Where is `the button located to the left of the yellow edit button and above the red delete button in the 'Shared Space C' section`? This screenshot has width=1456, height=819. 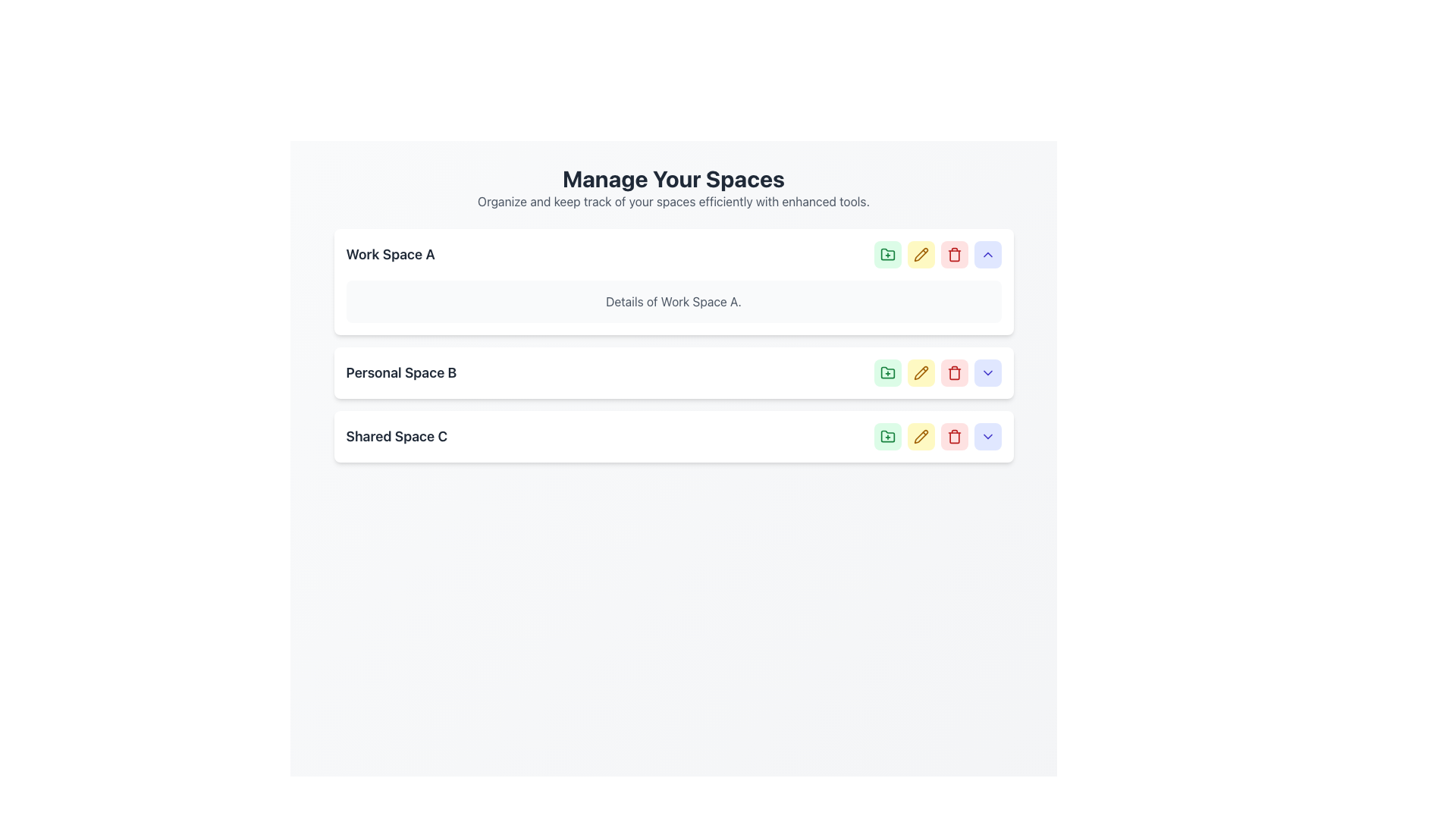 the button located to the left of the yellow edit button and above the red delete button in the 'Shared Space C' section is located at coordinates (887, 436).